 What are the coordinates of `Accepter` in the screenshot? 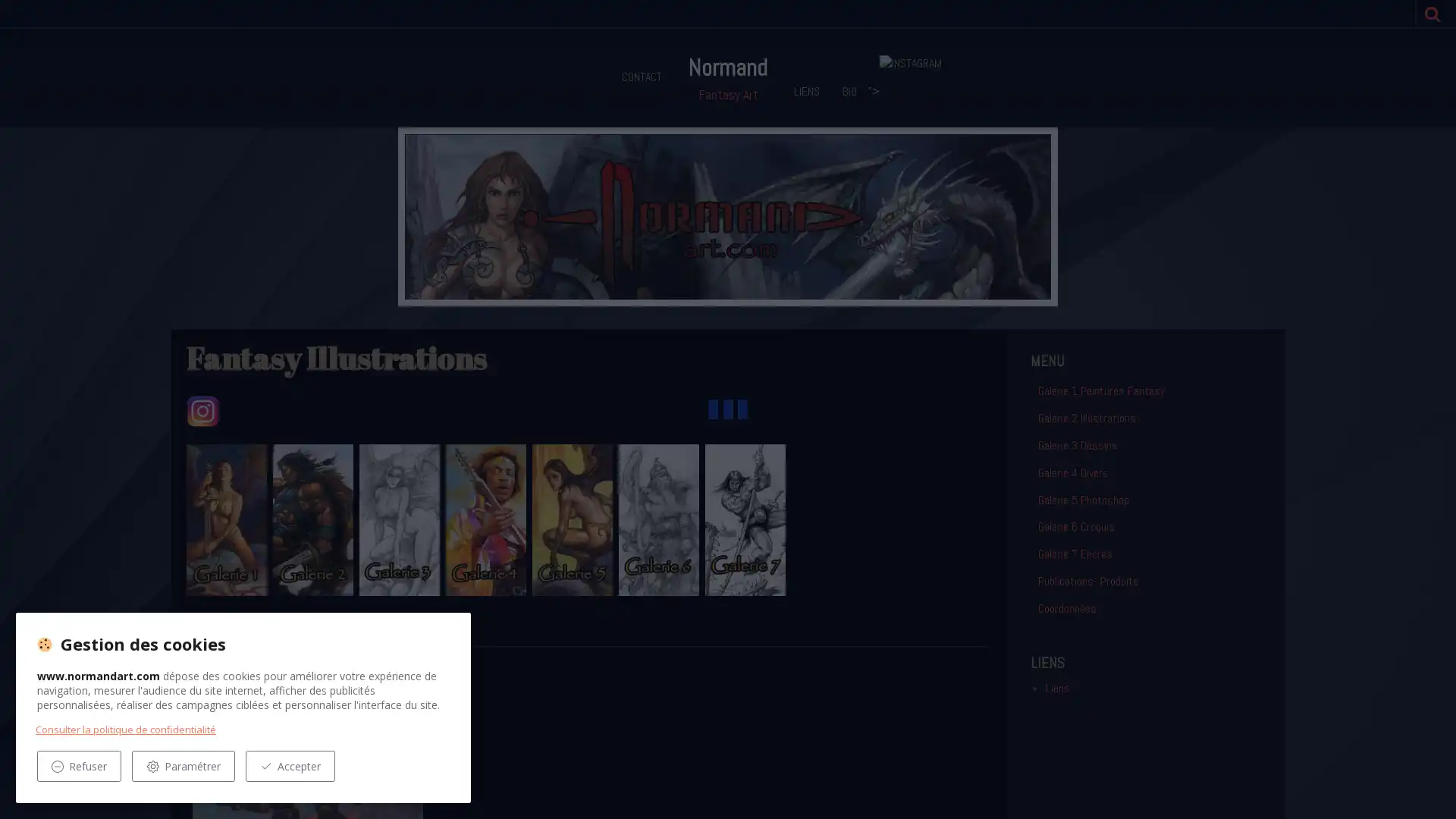 It's located at (290, 766).